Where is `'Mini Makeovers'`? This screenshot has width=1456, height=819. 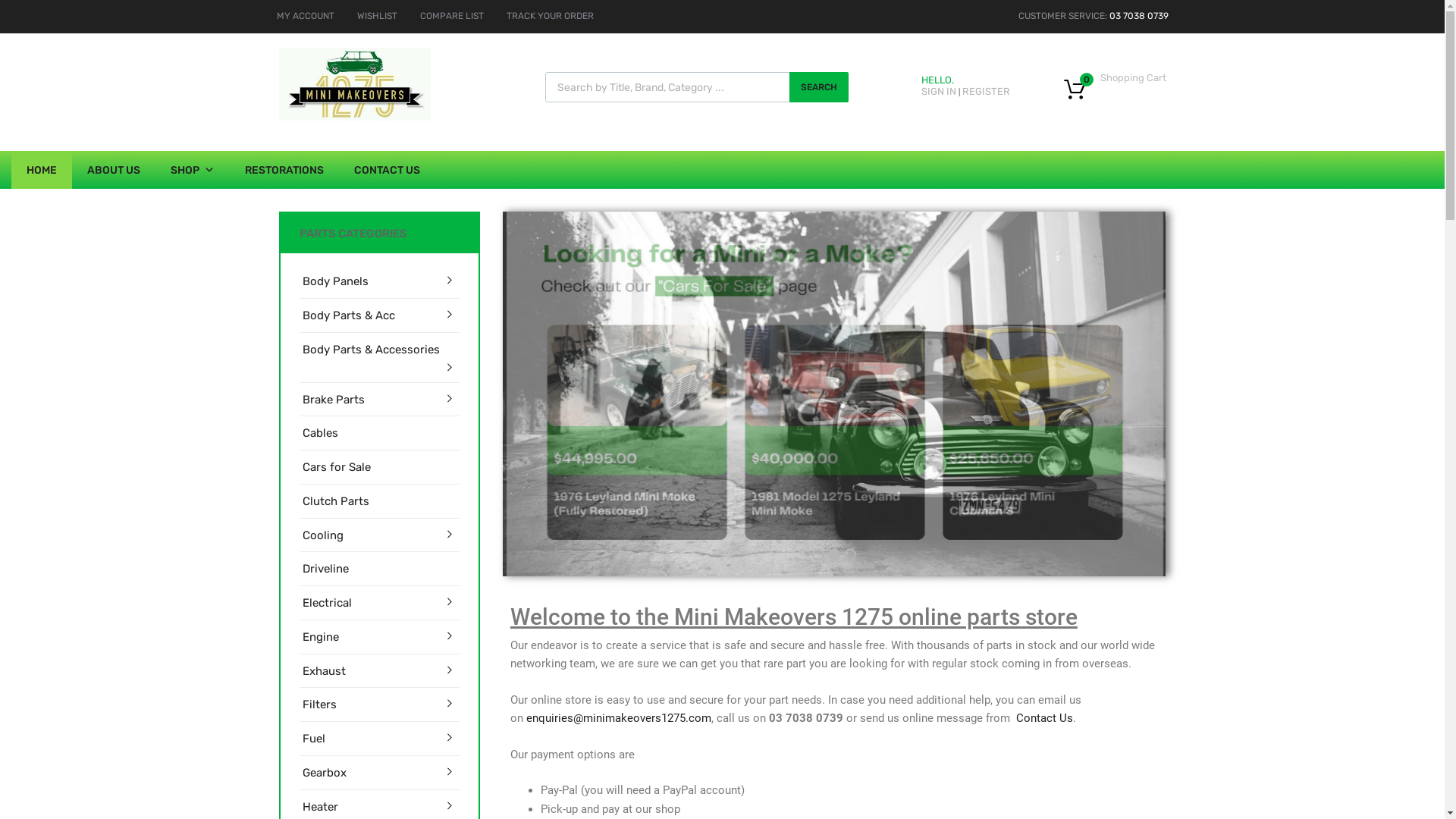 'Mini Makeovers' is located at coordinates (354, 116).